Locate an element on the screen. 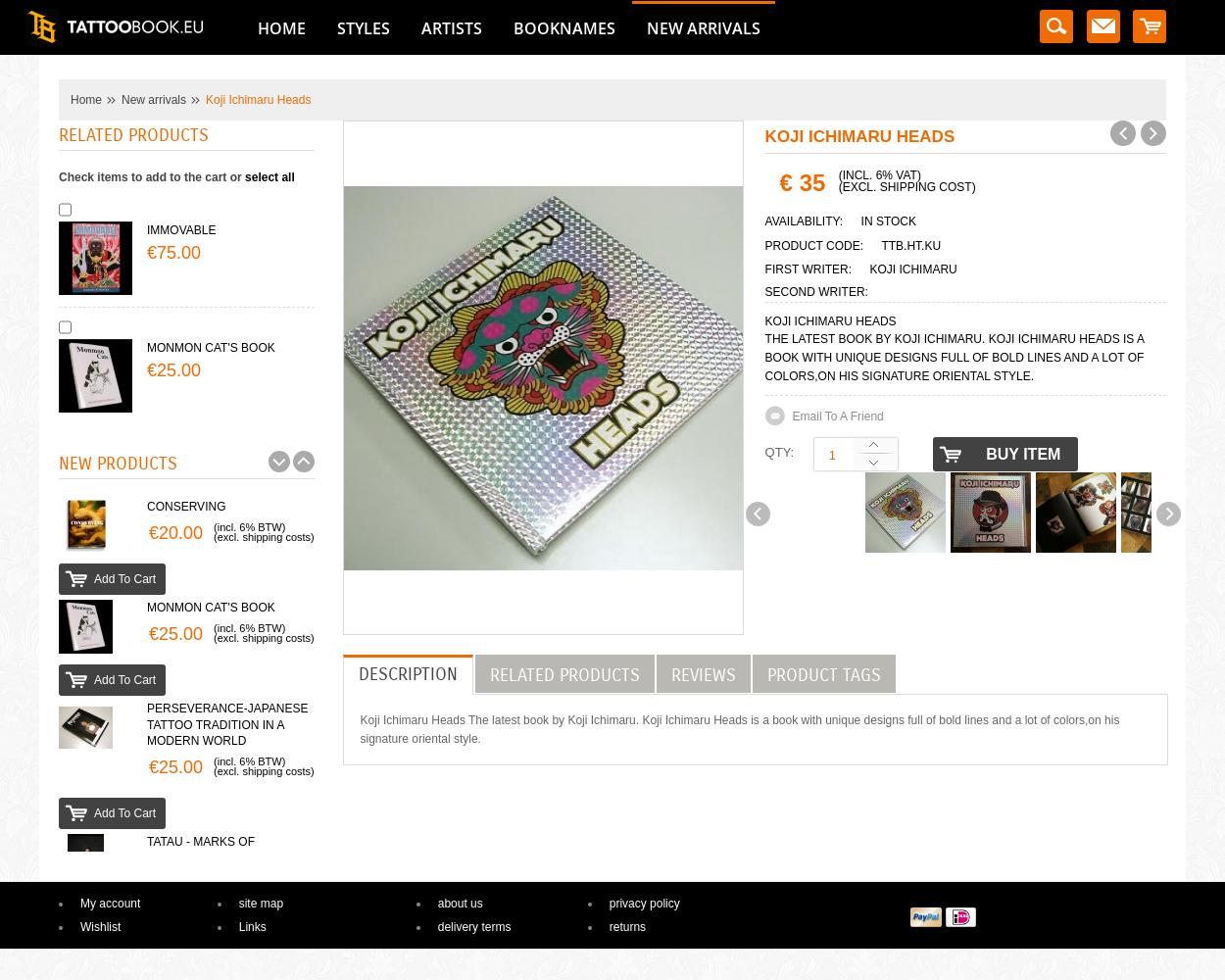 This screenshot has height=980, width=1225. 'Availability:' is located at coordinates (764, 220).